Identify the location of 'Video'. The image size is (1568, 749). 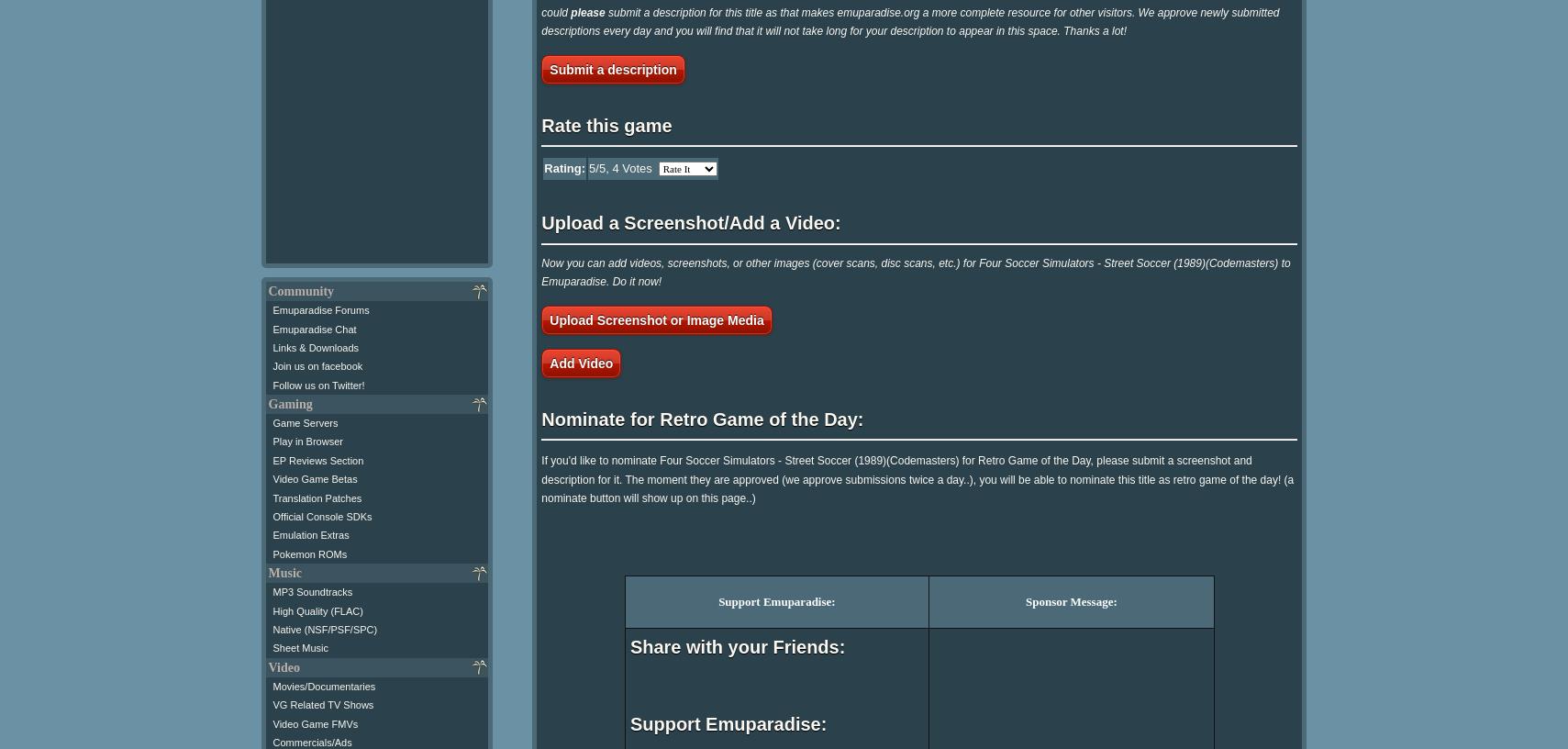
(282, 666).